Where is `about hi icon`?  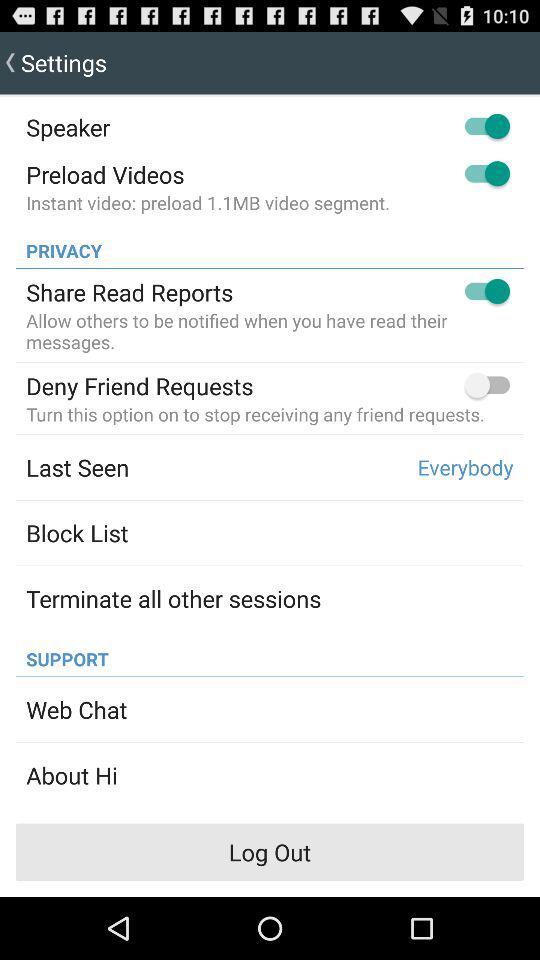 about hi icon is located at coordinates (70, 774).